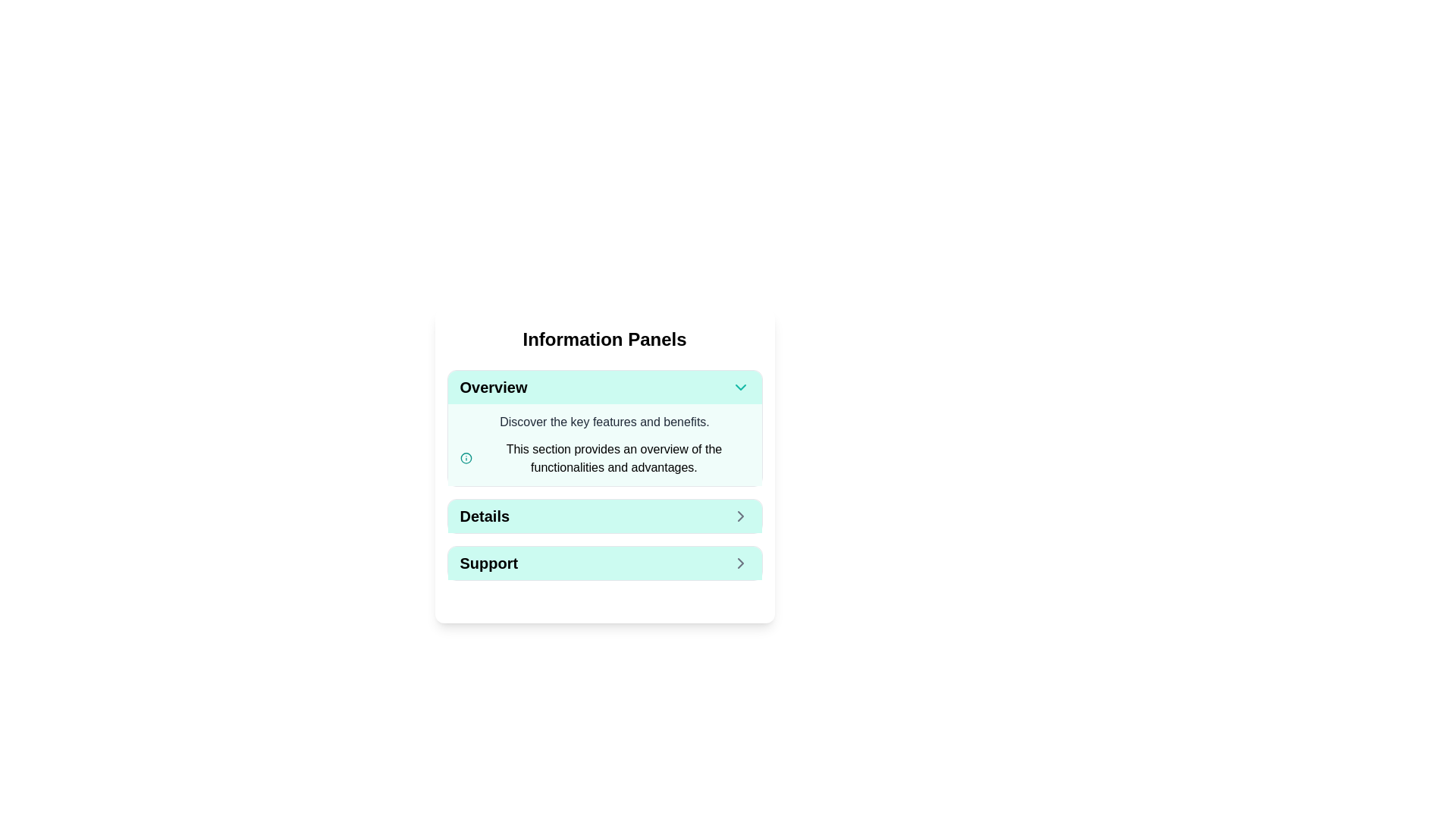 This screenshot has width=1456, height=819. I want to click on the third button in the 'Information Panels', so click(604, 563).